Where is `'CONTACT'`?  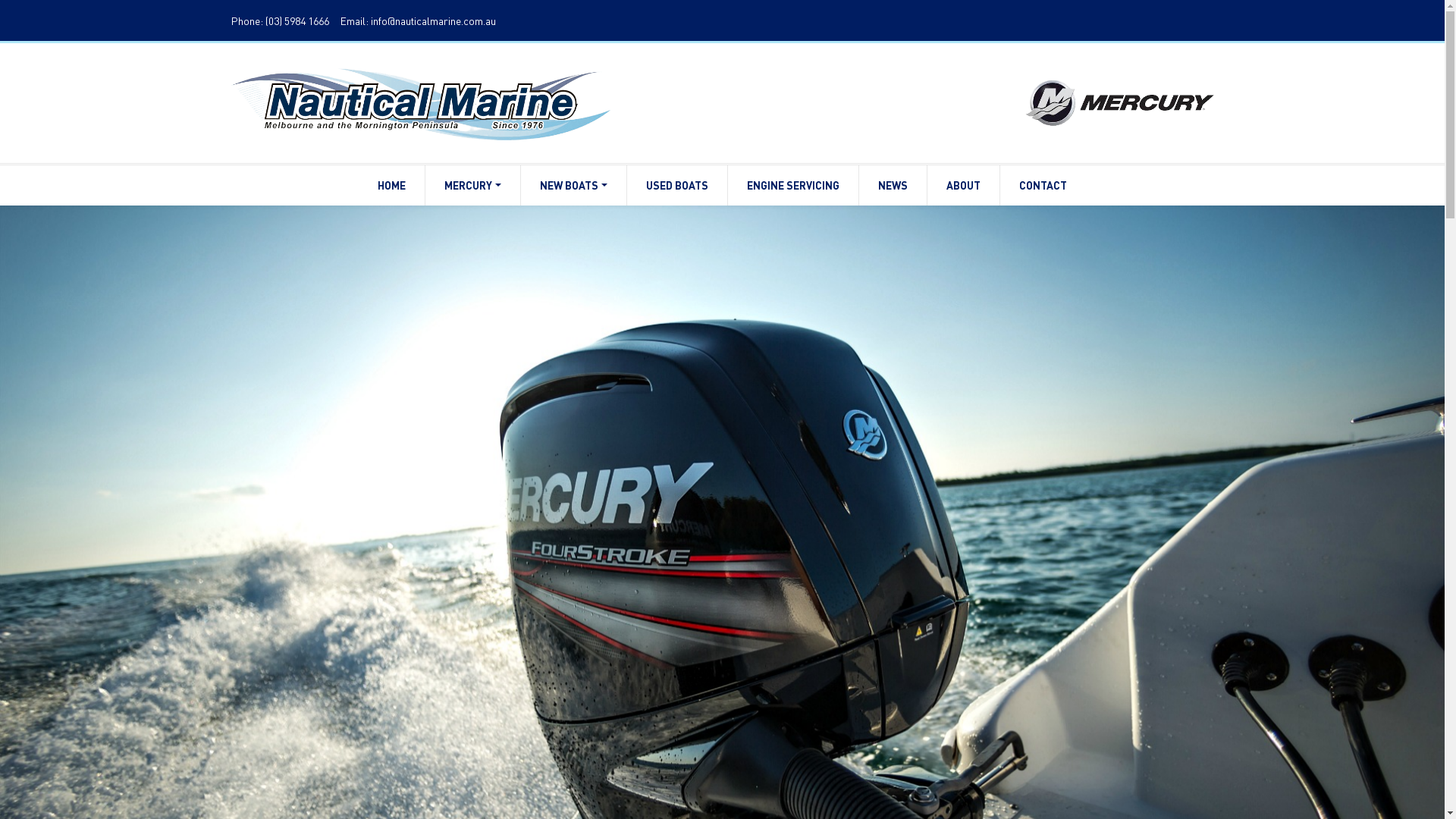
'CONTACT' is located at coordinates (1042, 184).